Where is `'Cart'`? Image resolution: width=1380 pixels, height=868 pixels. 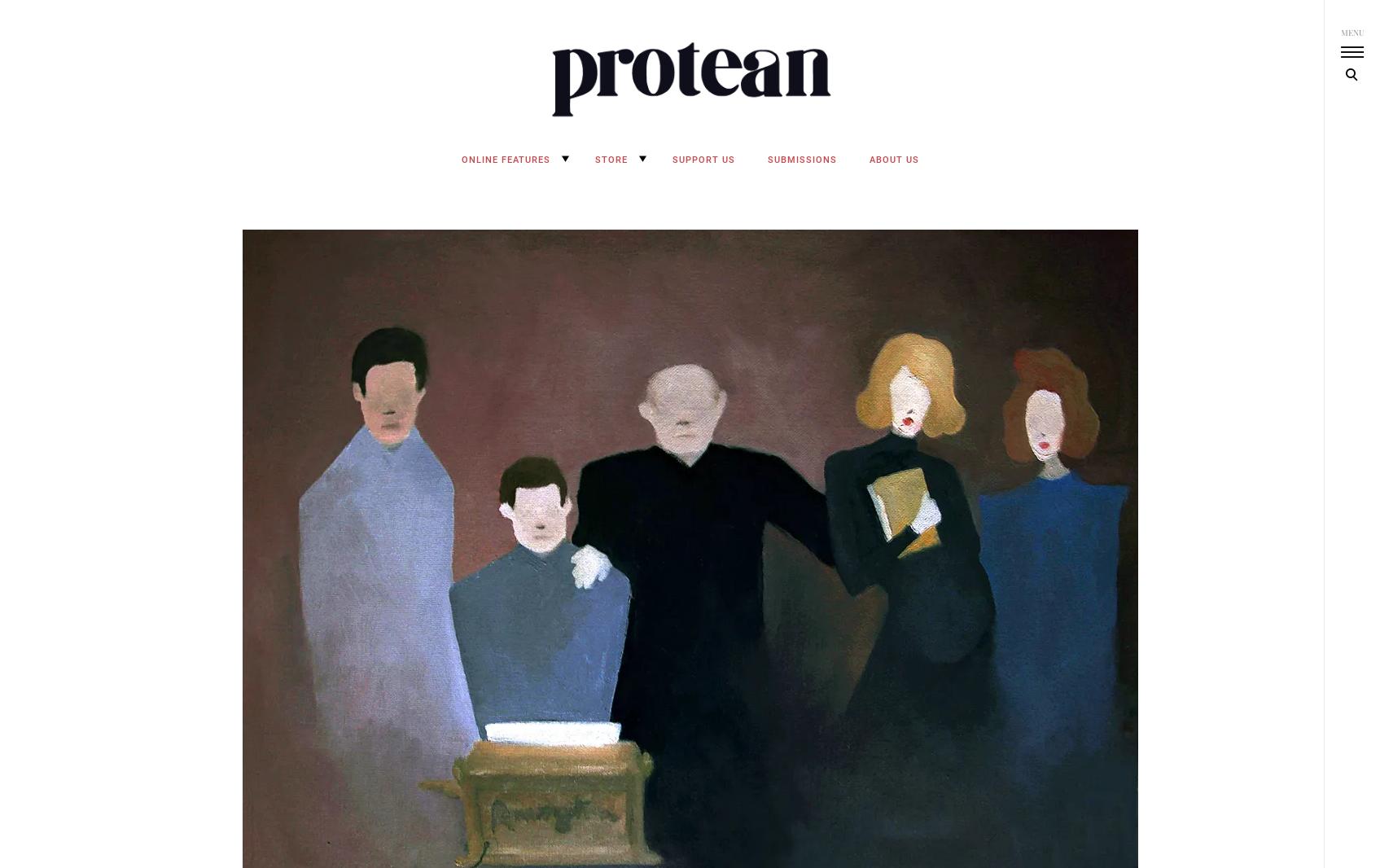 'Cart' is located at coordinates (561, 195).